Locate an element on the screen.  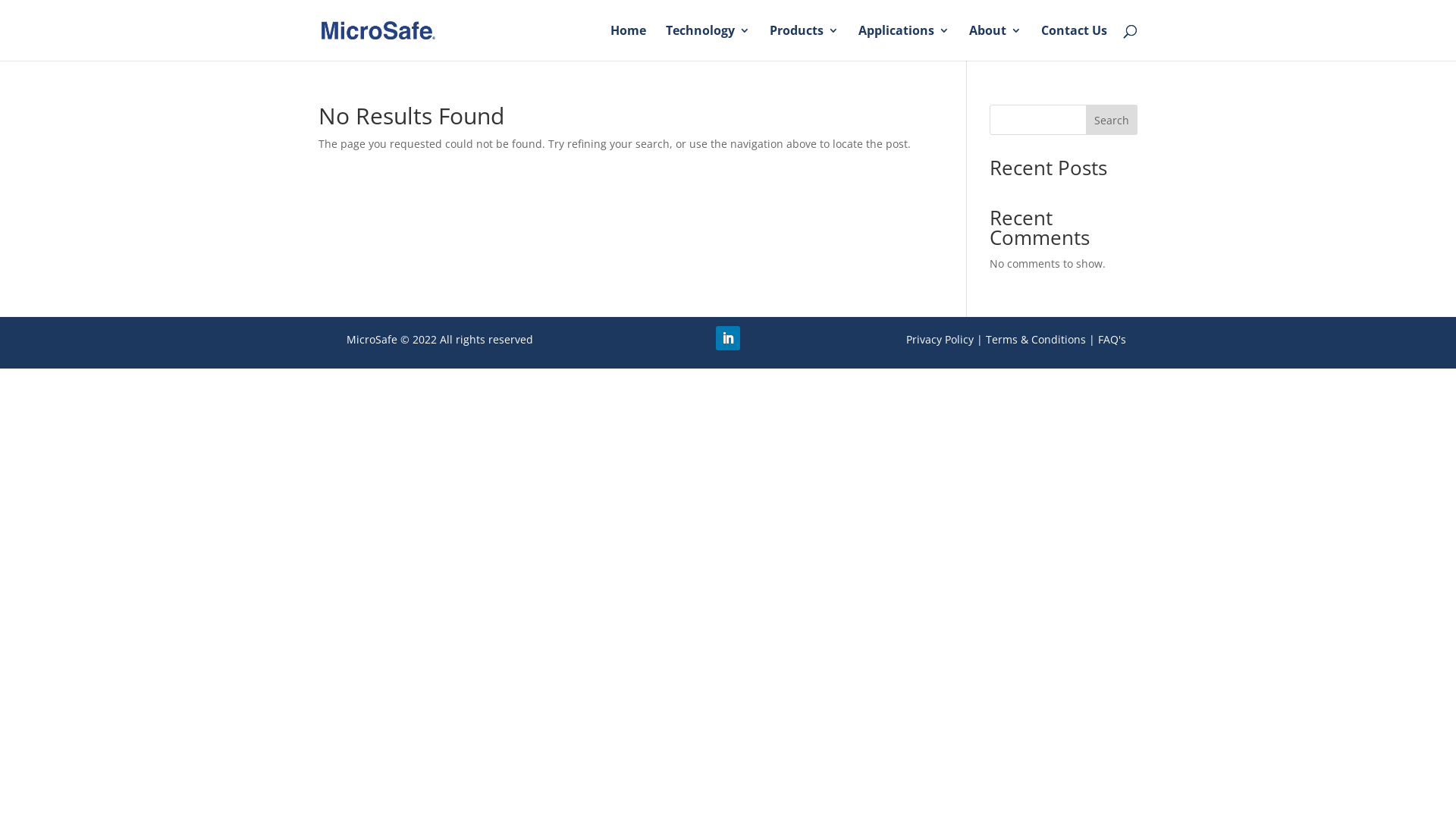
'Follow on LinkedIn' is located at coordinates (728, 337).